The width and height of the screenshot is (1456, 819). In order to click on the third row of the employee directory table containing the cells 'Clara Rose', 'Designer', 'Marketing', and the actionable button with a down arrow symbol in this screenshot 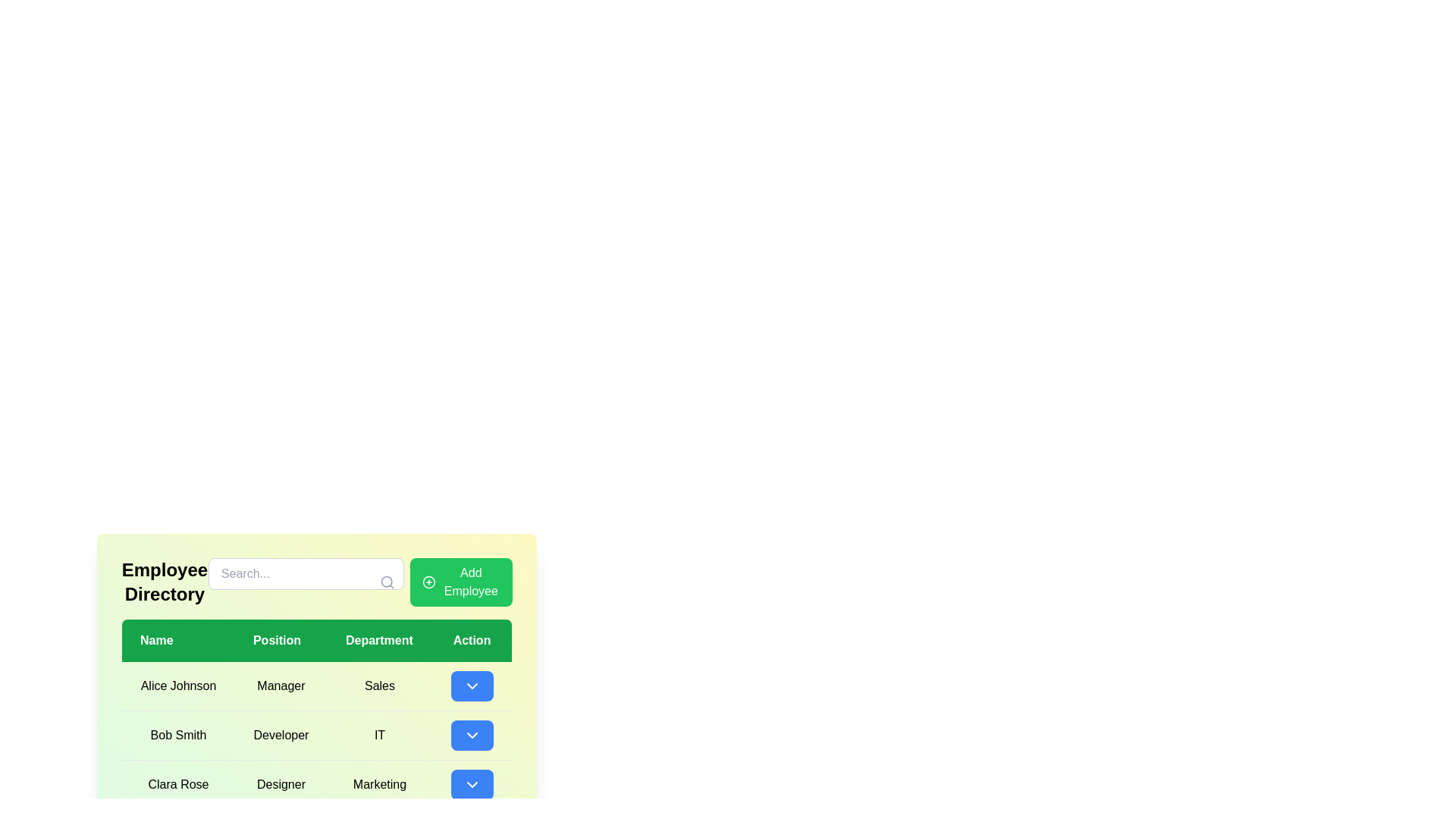, I will do `click(315, 784)`.